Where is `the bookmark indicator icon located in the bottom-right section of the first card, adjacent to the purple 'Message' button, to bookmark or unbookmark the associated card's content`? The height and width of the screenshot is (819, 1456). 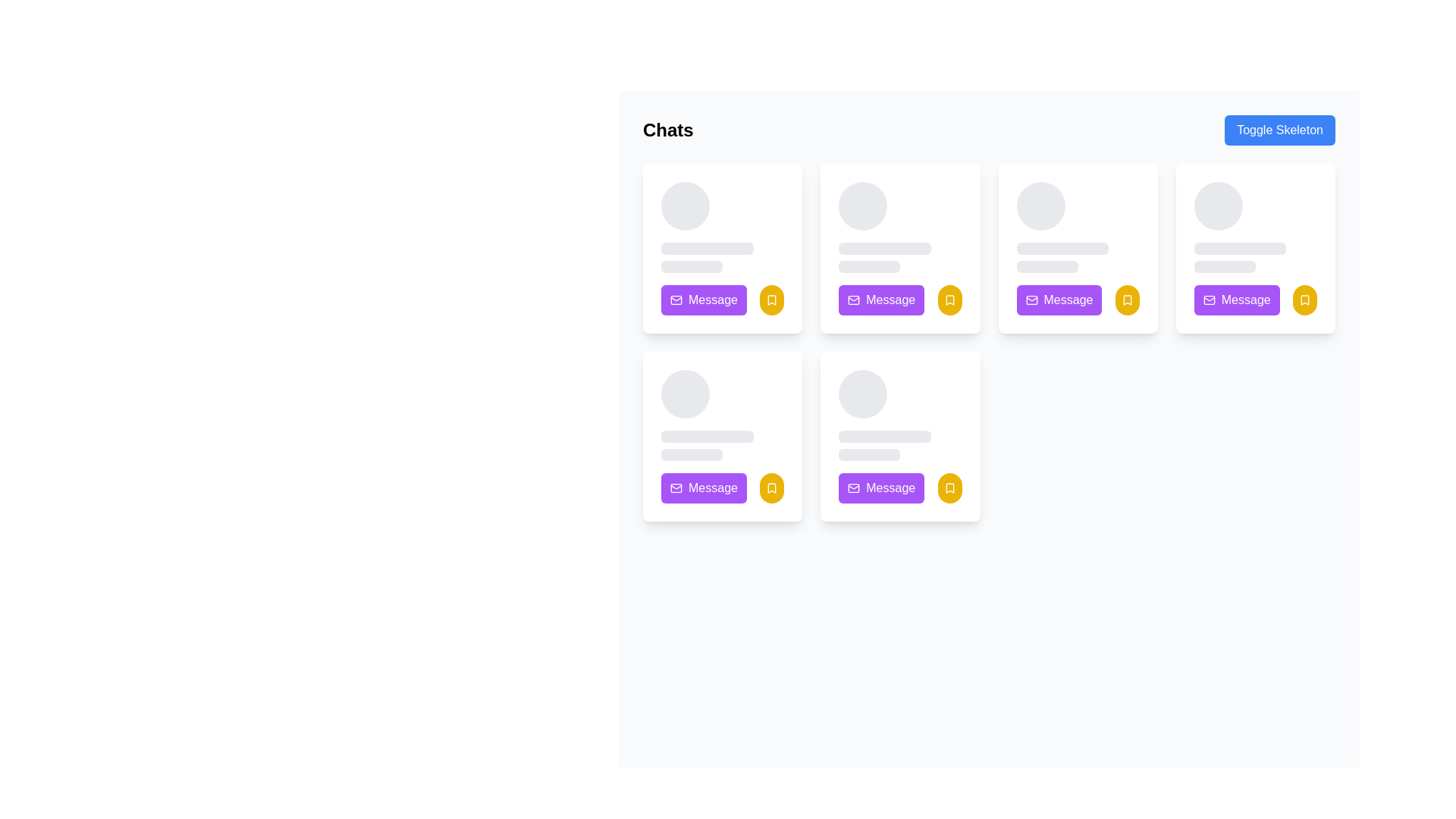 the bookmark indicator icon located in the bottom-right section of the first card, adjacent to the purple 'Message' button, to bookmark or unbookmark the associated card's content is located at coordinates (772, 300).